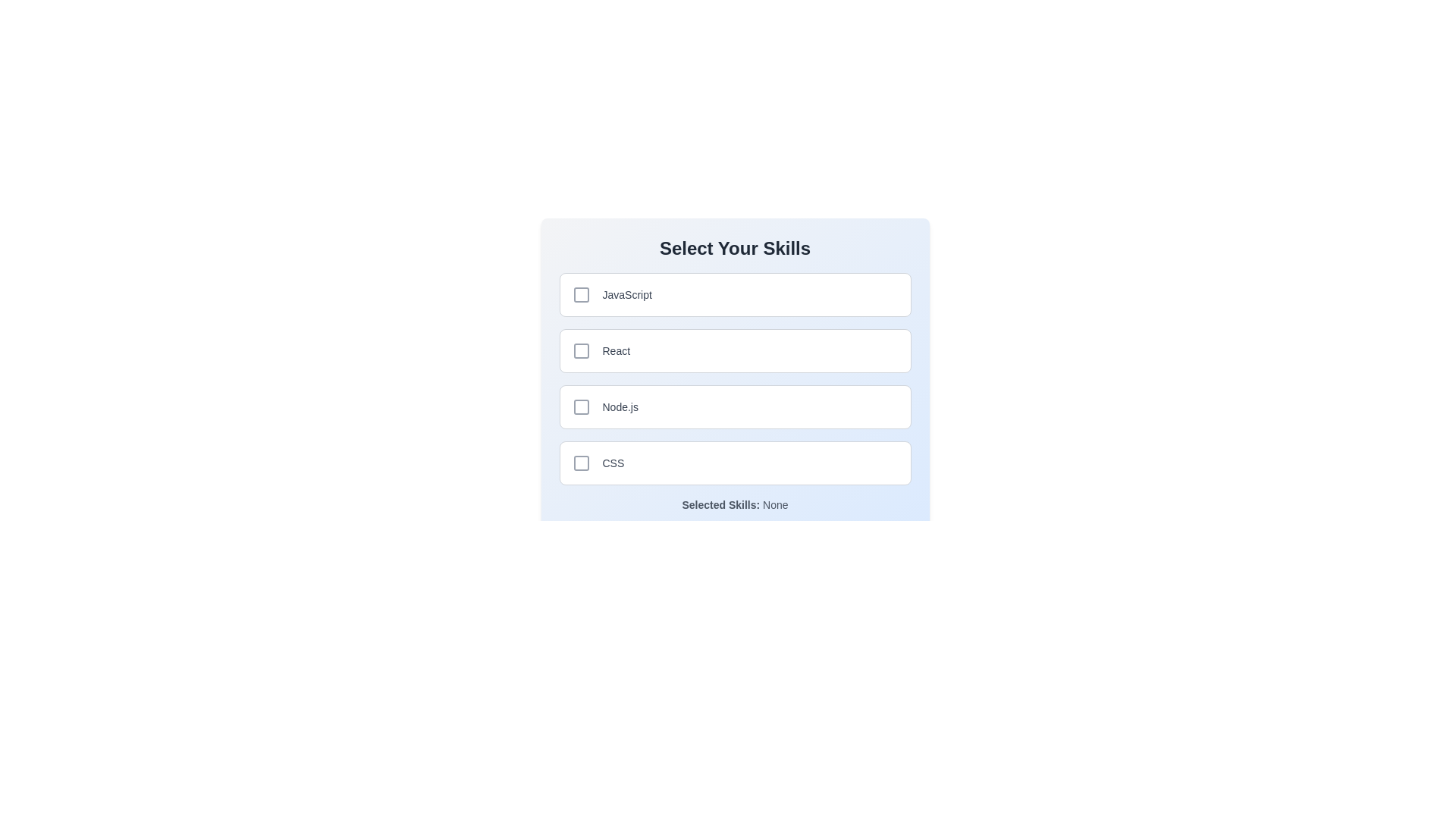  Describe the element at coordinates (580, 295) in the screenshot. I see `the surrounding checkbox of the 'JavaScript' skill` at that location.